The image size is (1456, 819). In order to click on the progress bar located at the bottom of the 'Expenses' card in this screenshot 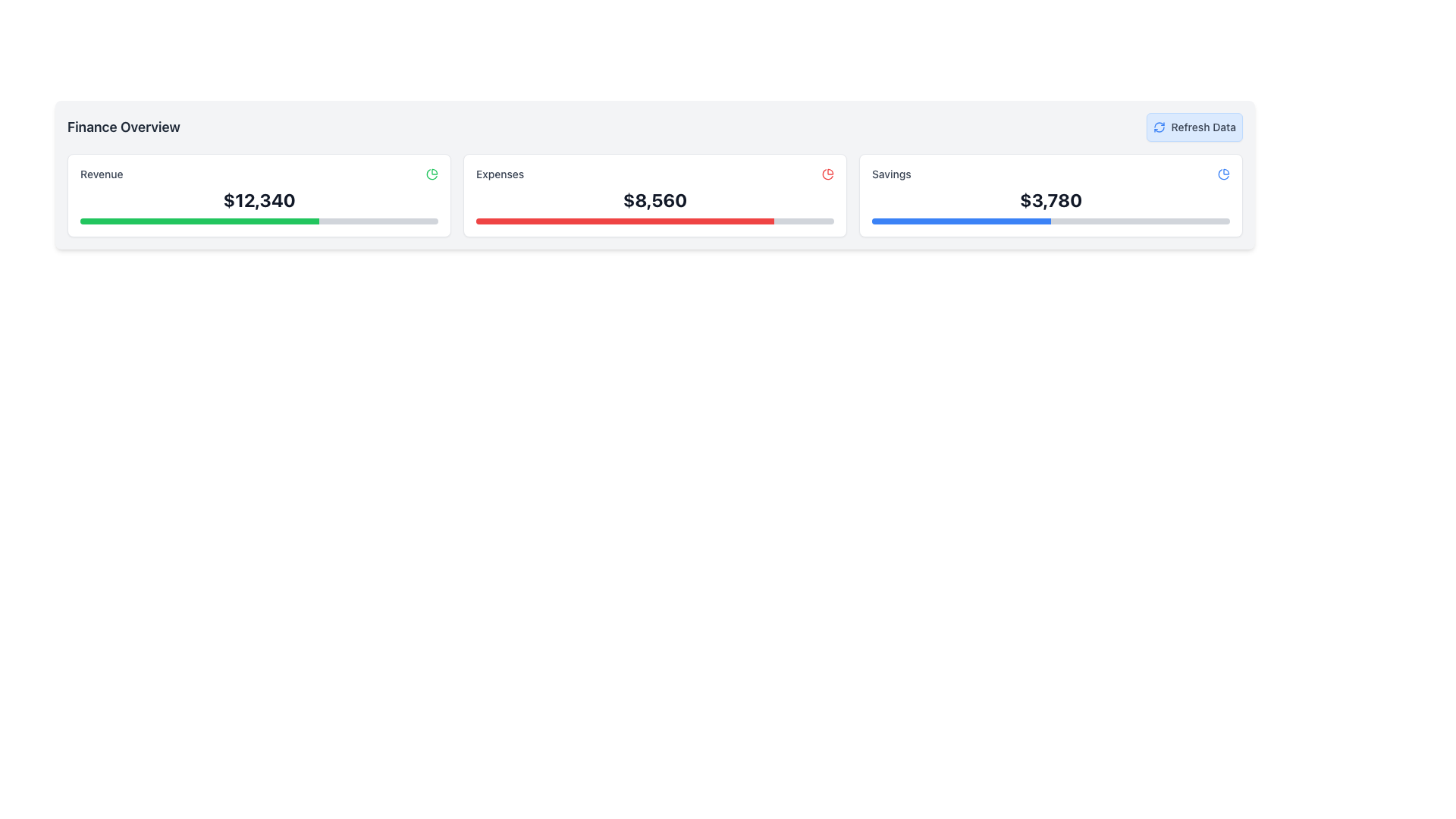, I will do `click(655, 221)`.